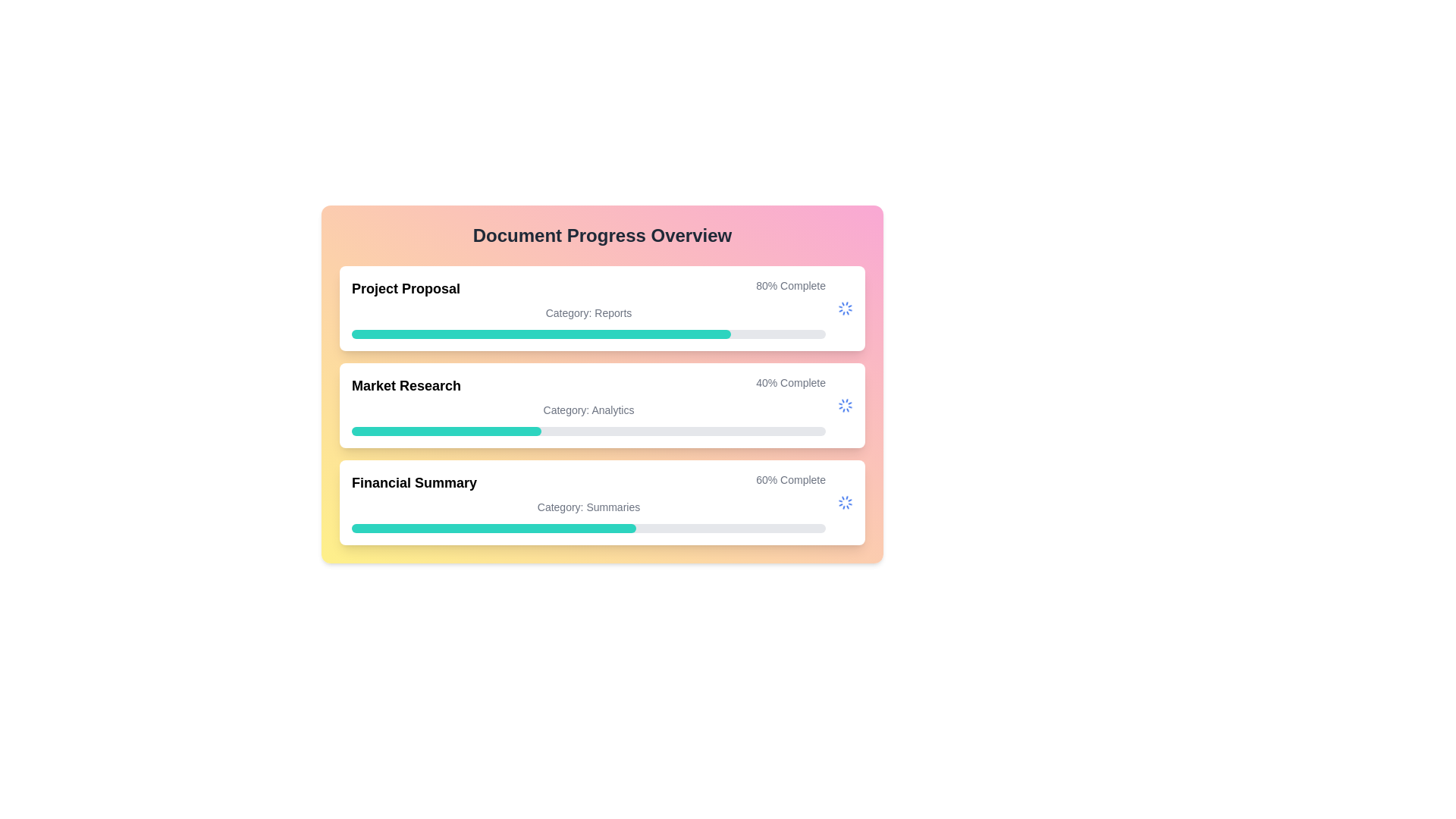  What do you see at coordinates (406, 385) in the screenshot?
I see `the non-interactive Text Label indicating 'Market Research', which serves as a title or header, positioned between 'Project Proposal' and 'Financial Summary'` at bounding box center [406, 385].